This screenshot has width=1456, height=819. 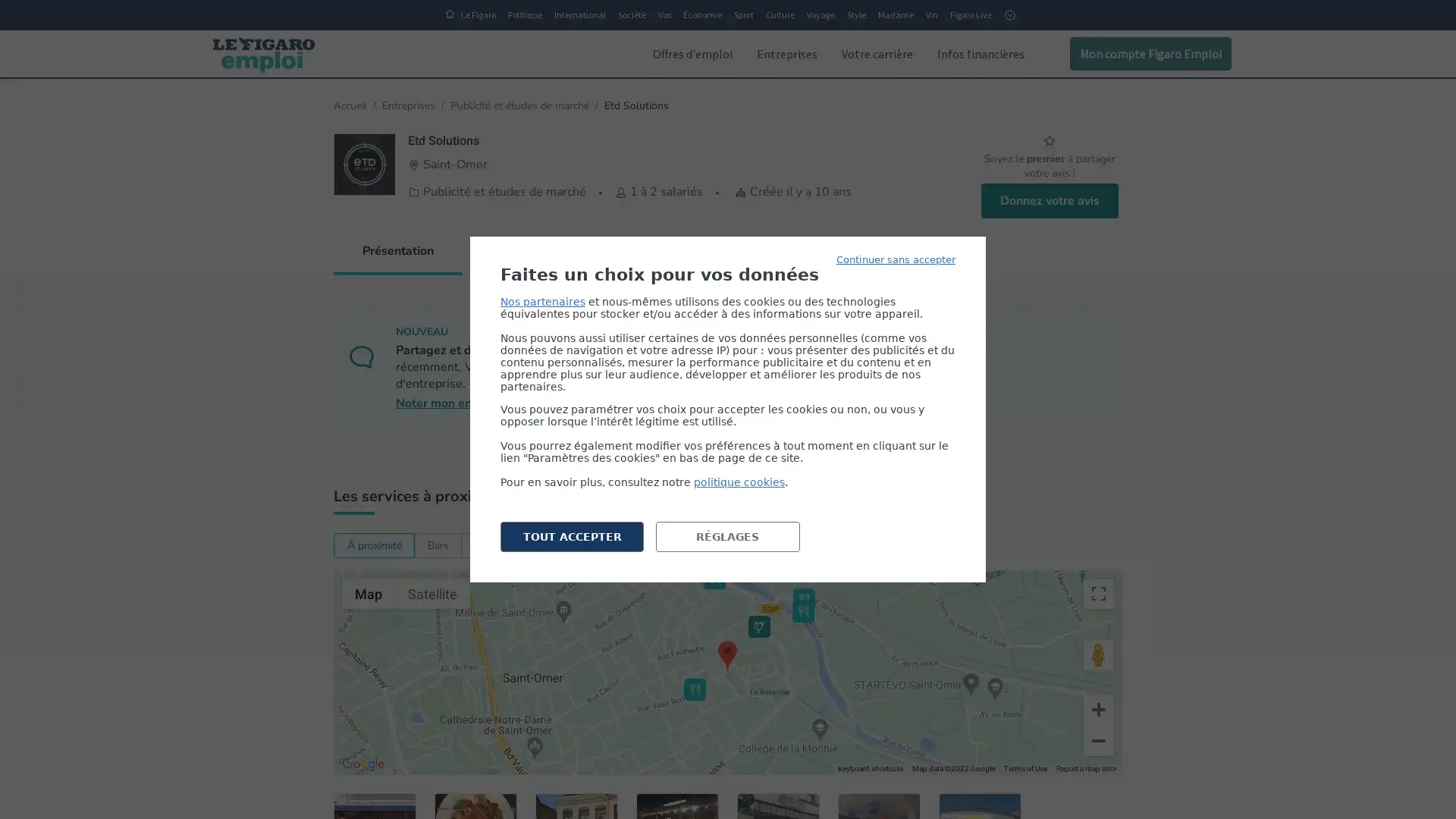 I want to click on Les Trois Caves, so click(x=694, y=689).